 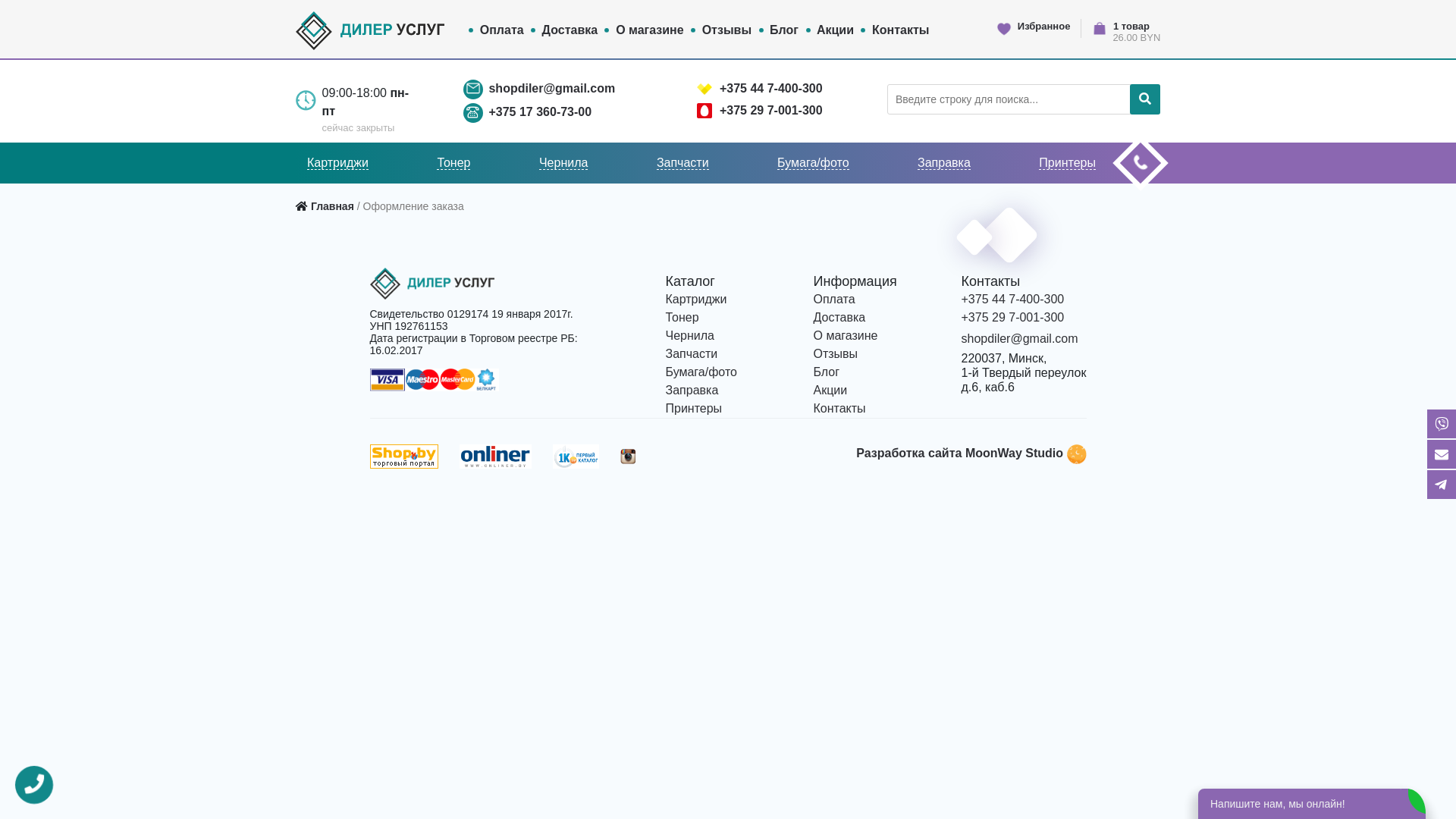 What do you see at coordinates (539, 110) in the screenshot?
I see `'+375 17 360-73-00'` at bounding box center [539, 110].